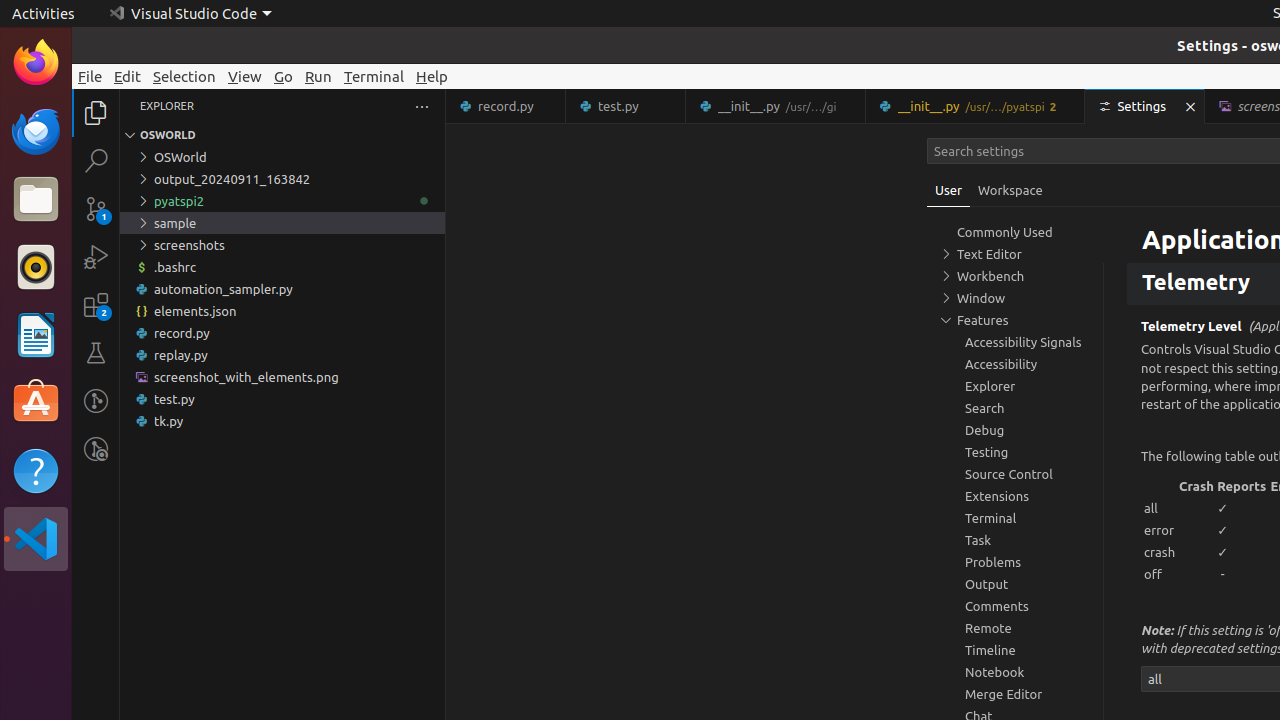 This screenshot has width=1280, height=720. What do you see at coordinates (625, 106) in the screenshot?
I see `'test.py'` at bounding box center [625, 106].